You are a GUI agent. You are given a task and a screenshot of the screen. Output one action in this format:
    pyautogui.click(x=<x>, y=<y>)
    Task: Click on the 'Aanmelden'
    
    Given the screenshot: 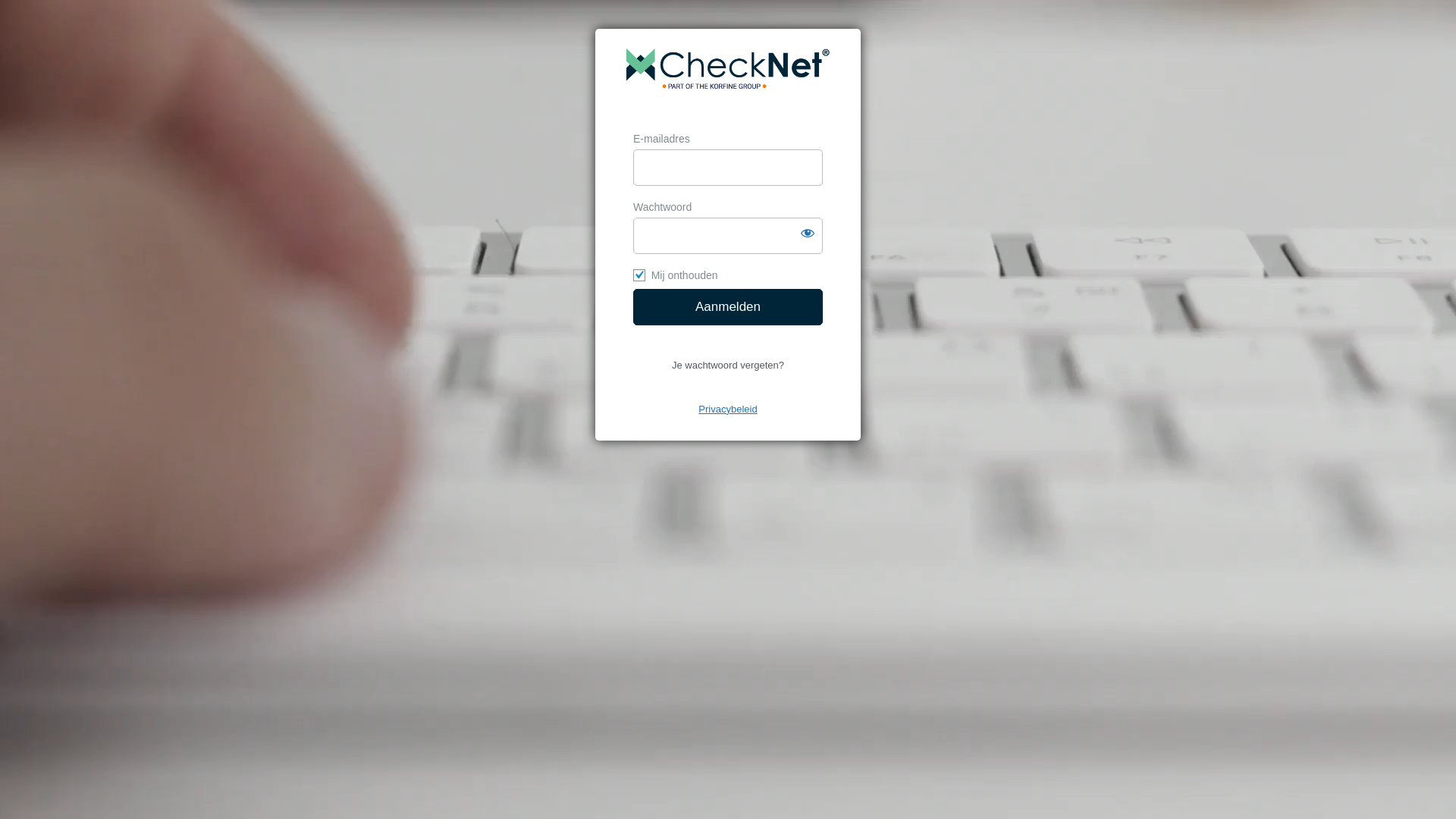 What is the action you would take?
    pyautogui.click(x=728, y=307)
    